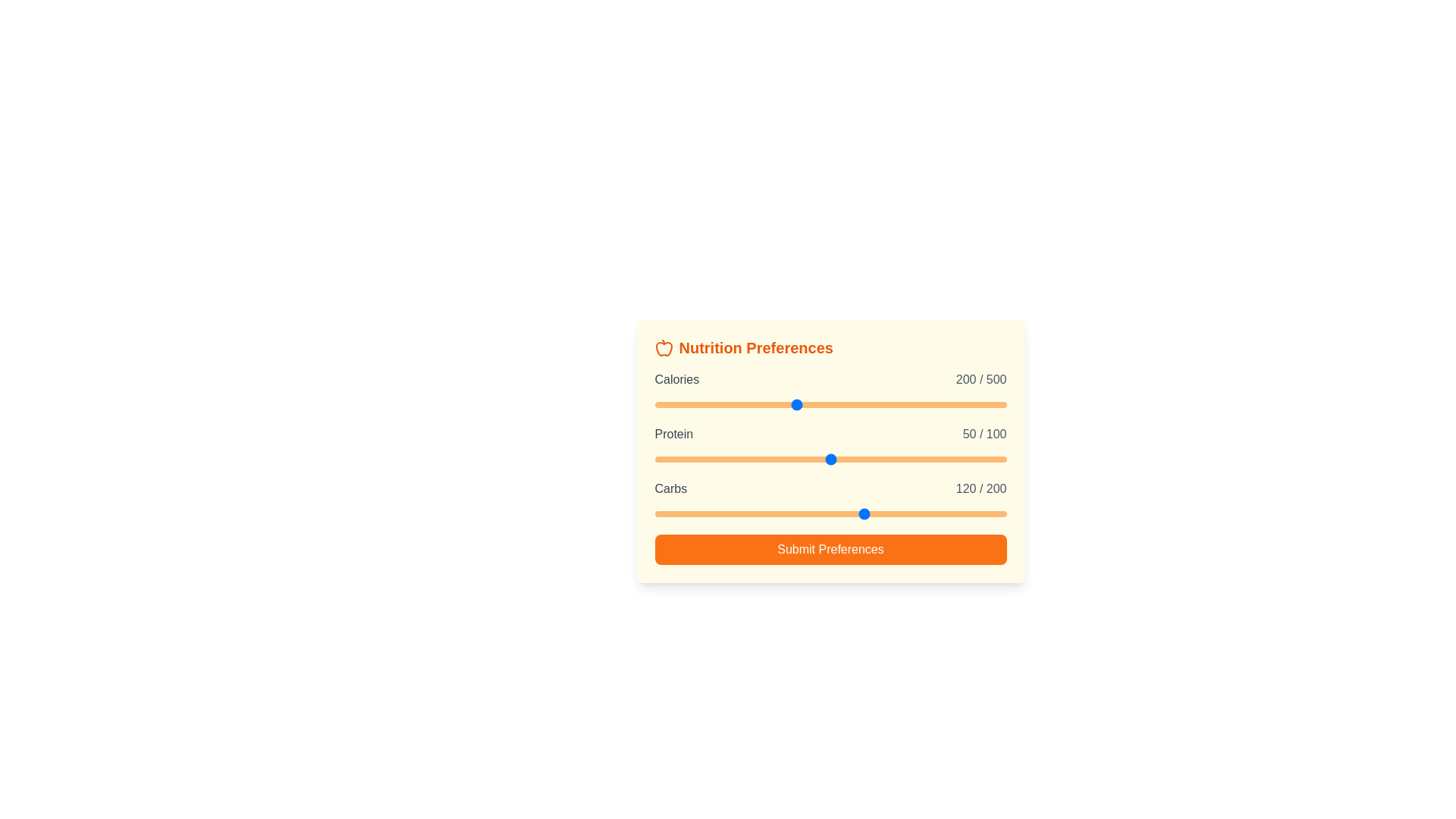 Image resolution: width=1456 pixels, height=819 pixels. What do you see at coordinates (985, 403) in the screenshot?
I see `calorie intake` at bounding box center [985, 403].